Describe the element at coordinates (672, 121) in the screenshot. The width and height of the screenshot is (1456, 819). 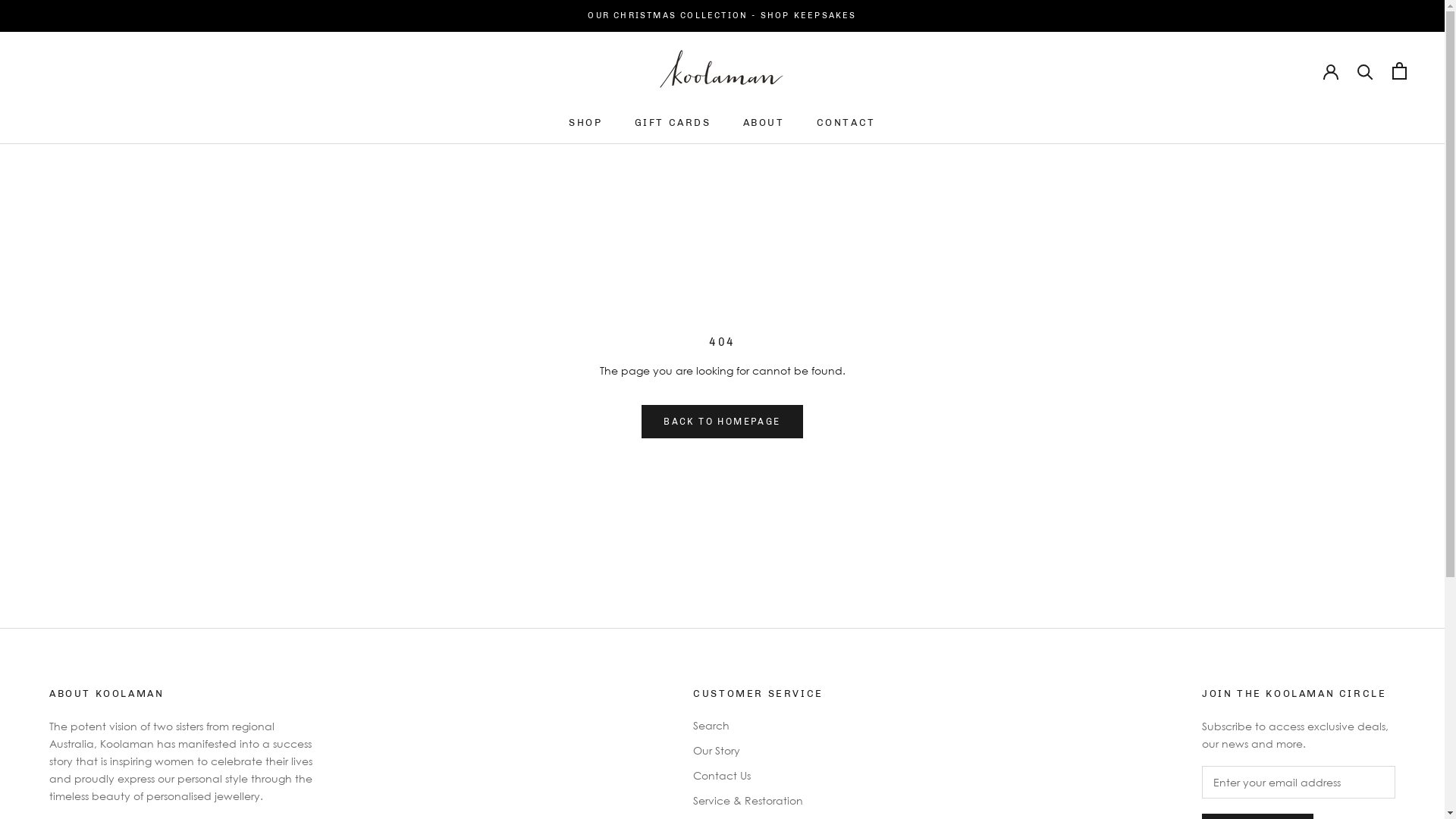
I see `'GIFT CARDS` at that location.